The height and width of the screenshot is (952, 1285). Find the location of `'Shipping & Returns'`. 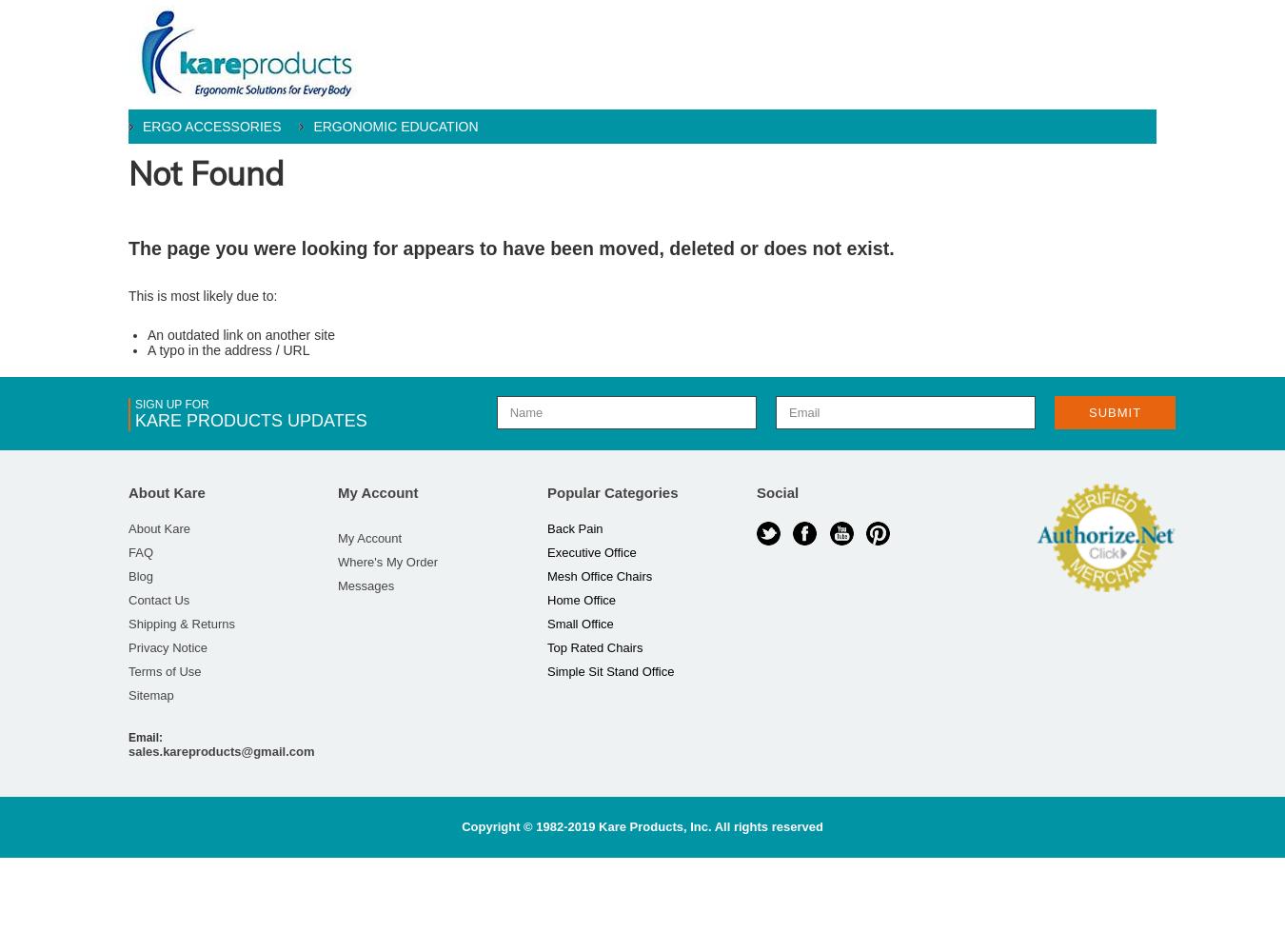

'Shipping & Returns' is located at coordinates (182, 624).